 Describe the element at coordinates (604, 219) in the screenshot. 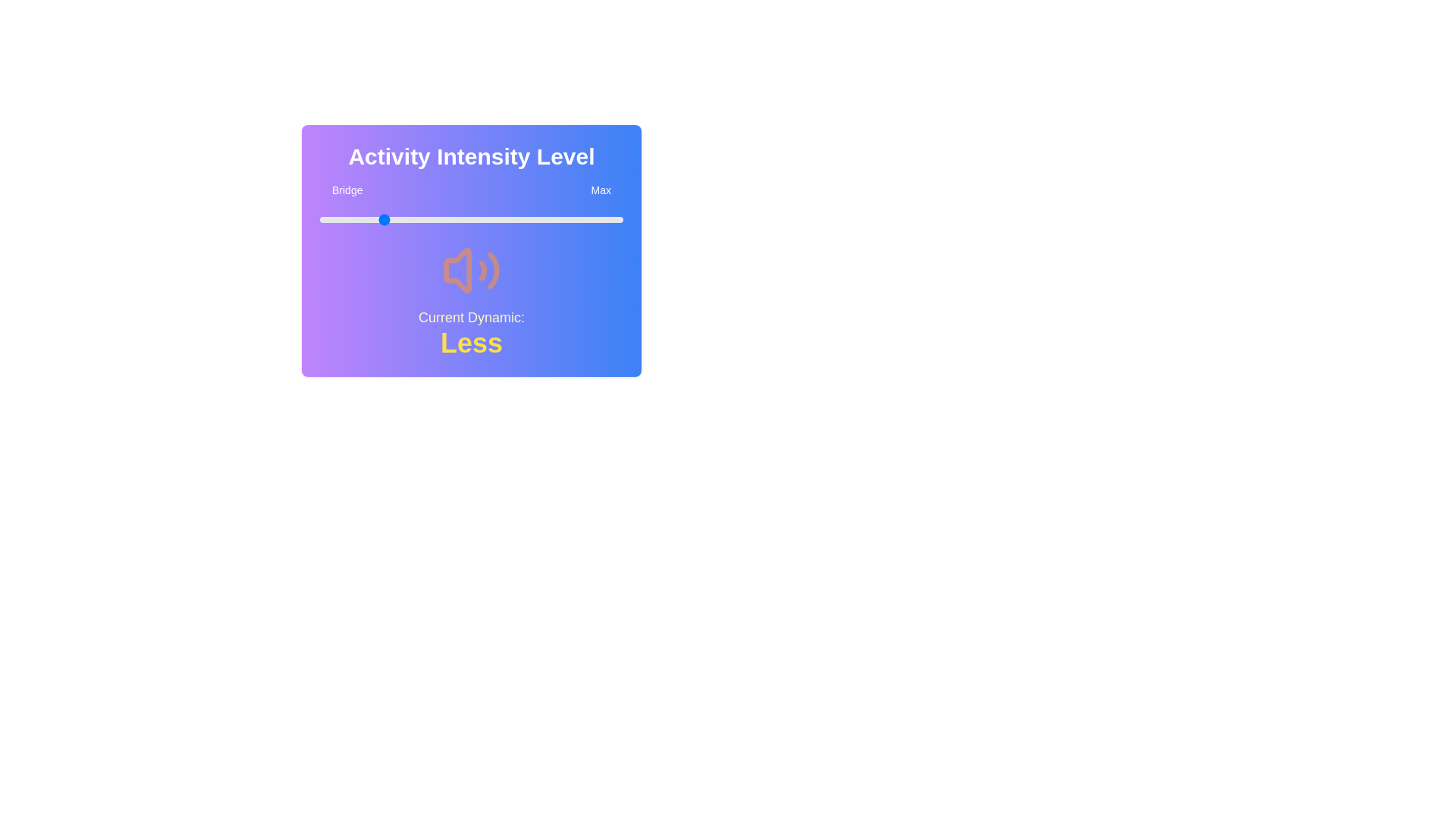

I see `the slider to set the intensity level to 94%` at that location.